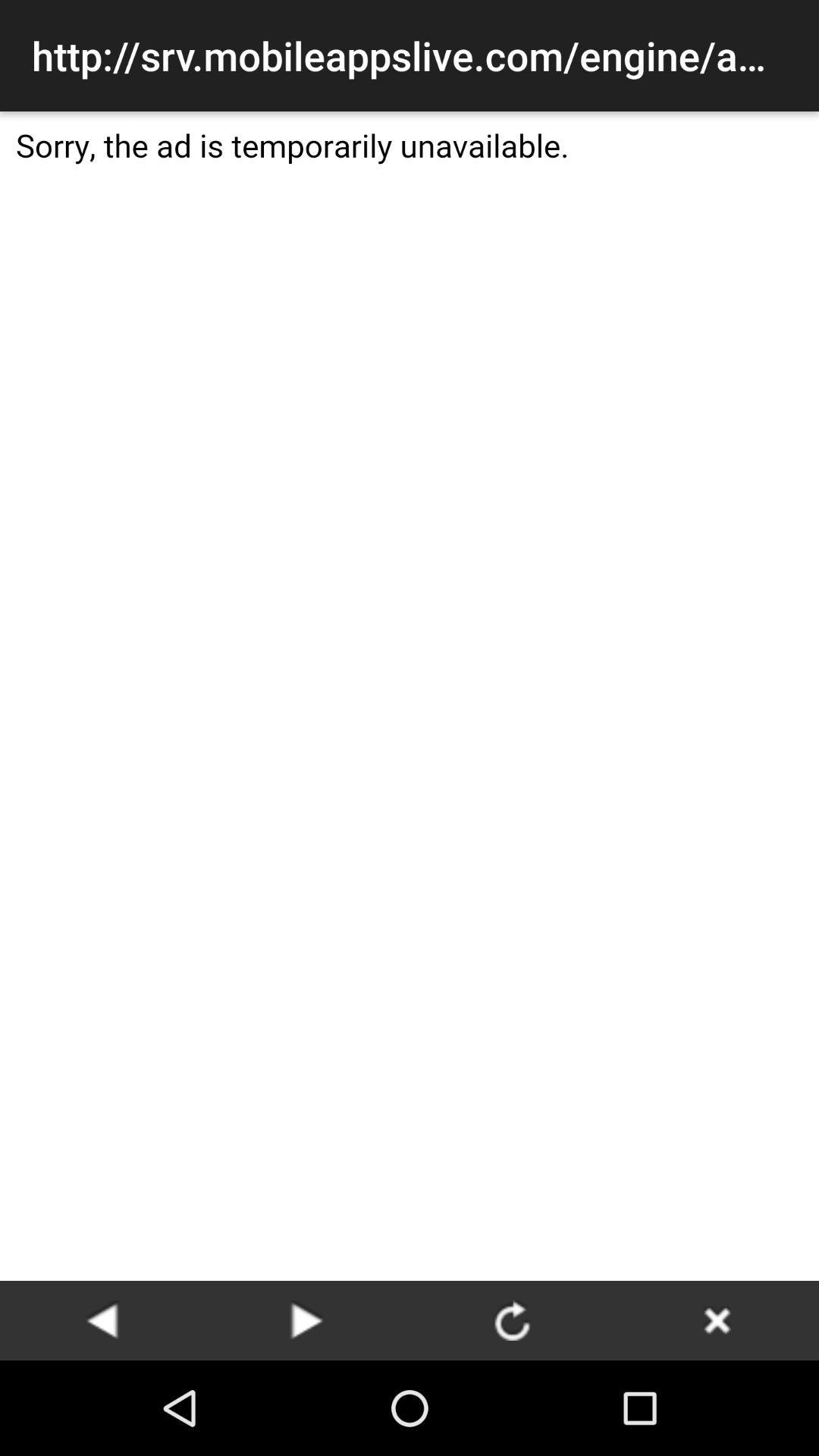  I want to click on the arrow_backward icon, so click(102, 1412).